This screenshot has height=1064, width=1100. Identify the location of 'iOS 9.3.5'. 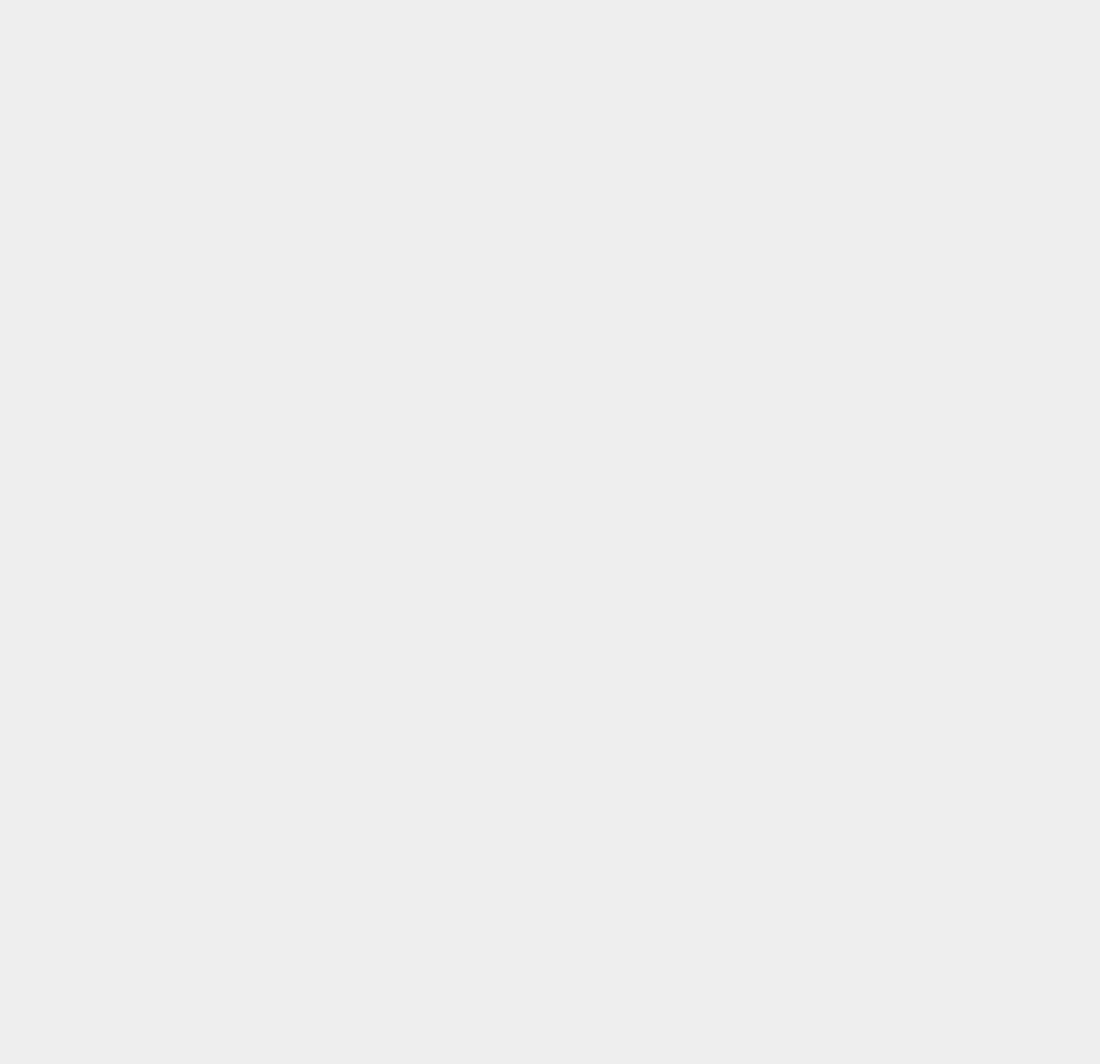
(805, 859).